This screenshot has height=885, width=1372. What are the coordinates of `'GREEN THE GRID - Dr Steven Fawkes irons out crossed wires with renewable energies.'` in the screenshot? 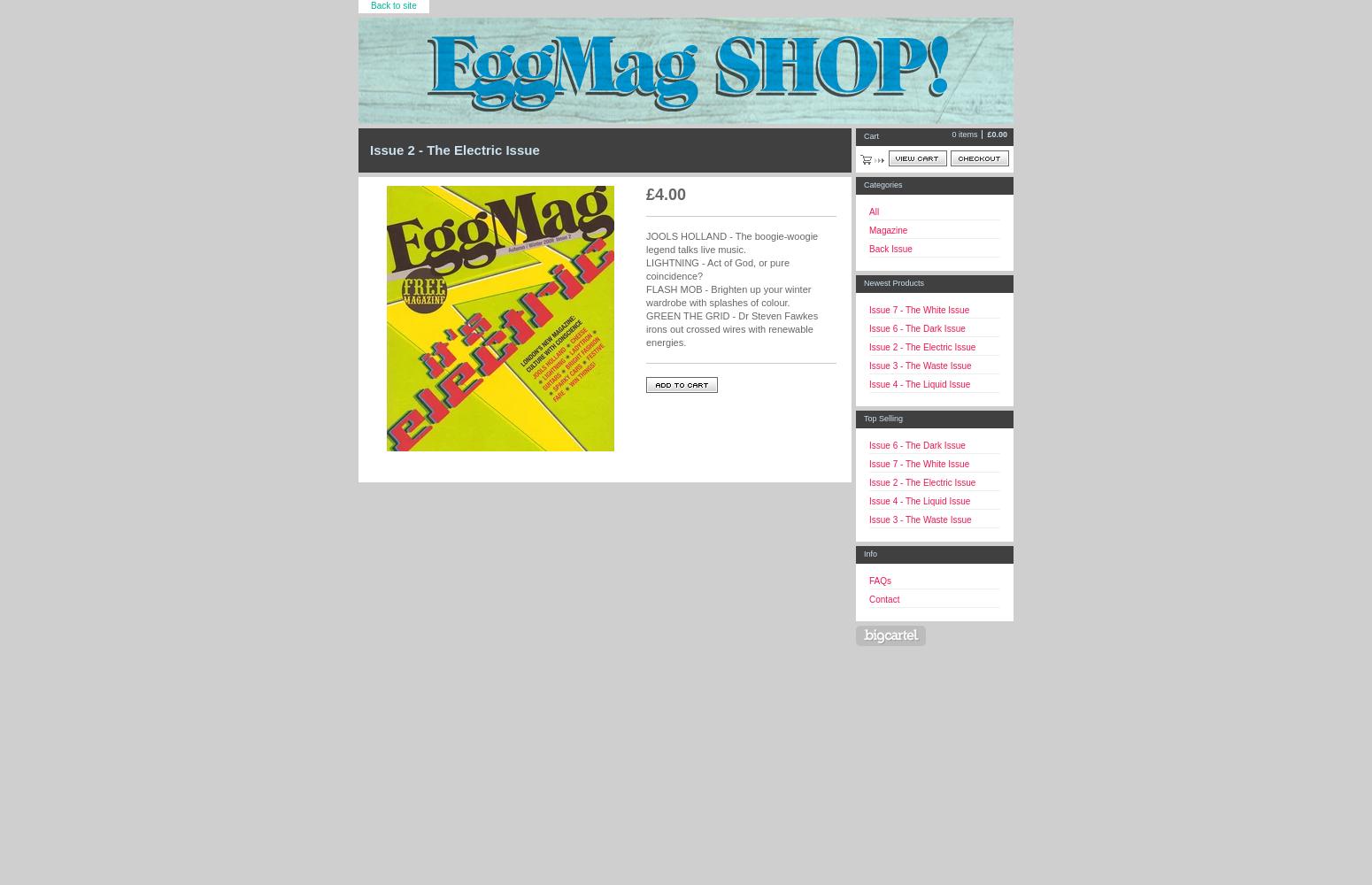 It's located at (730, 328).